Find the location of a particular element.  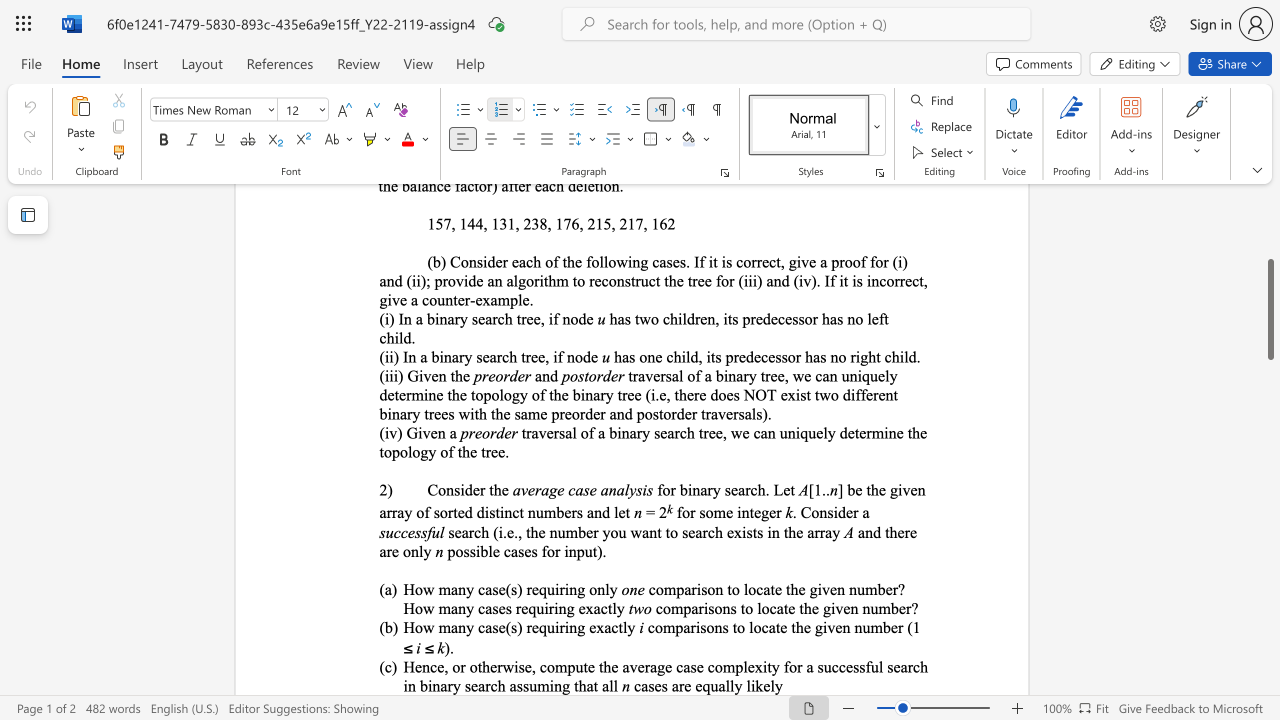

the 3th character "l" in the text is located at coordinates (610, 685).